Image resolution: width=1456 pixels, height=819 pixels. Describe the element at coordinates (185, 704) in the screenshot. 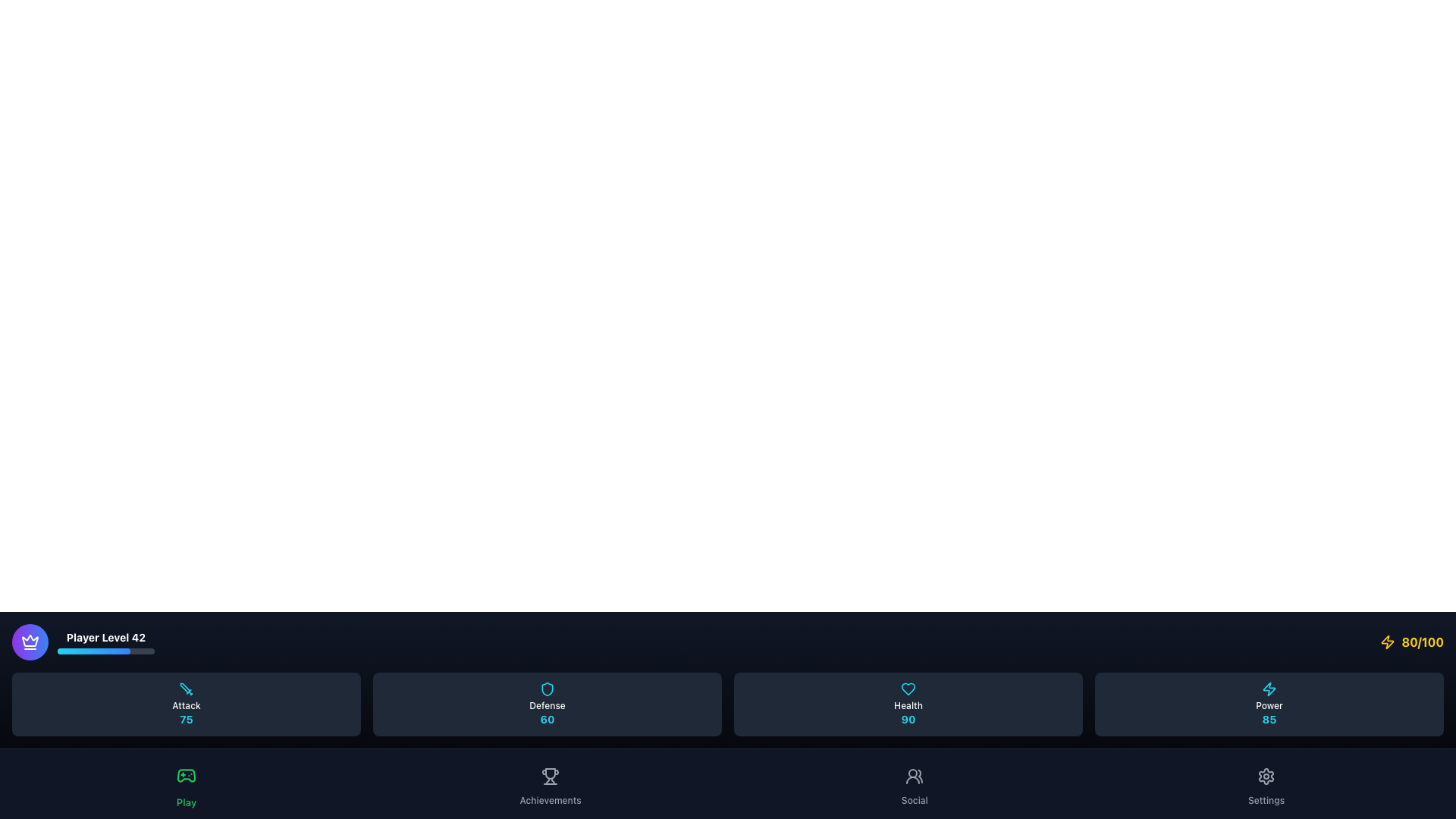

I see `the 'Attack' information display card, which shows a value of '75', located at the bottom center of the interface, to access details about adjacent elements` at that location.